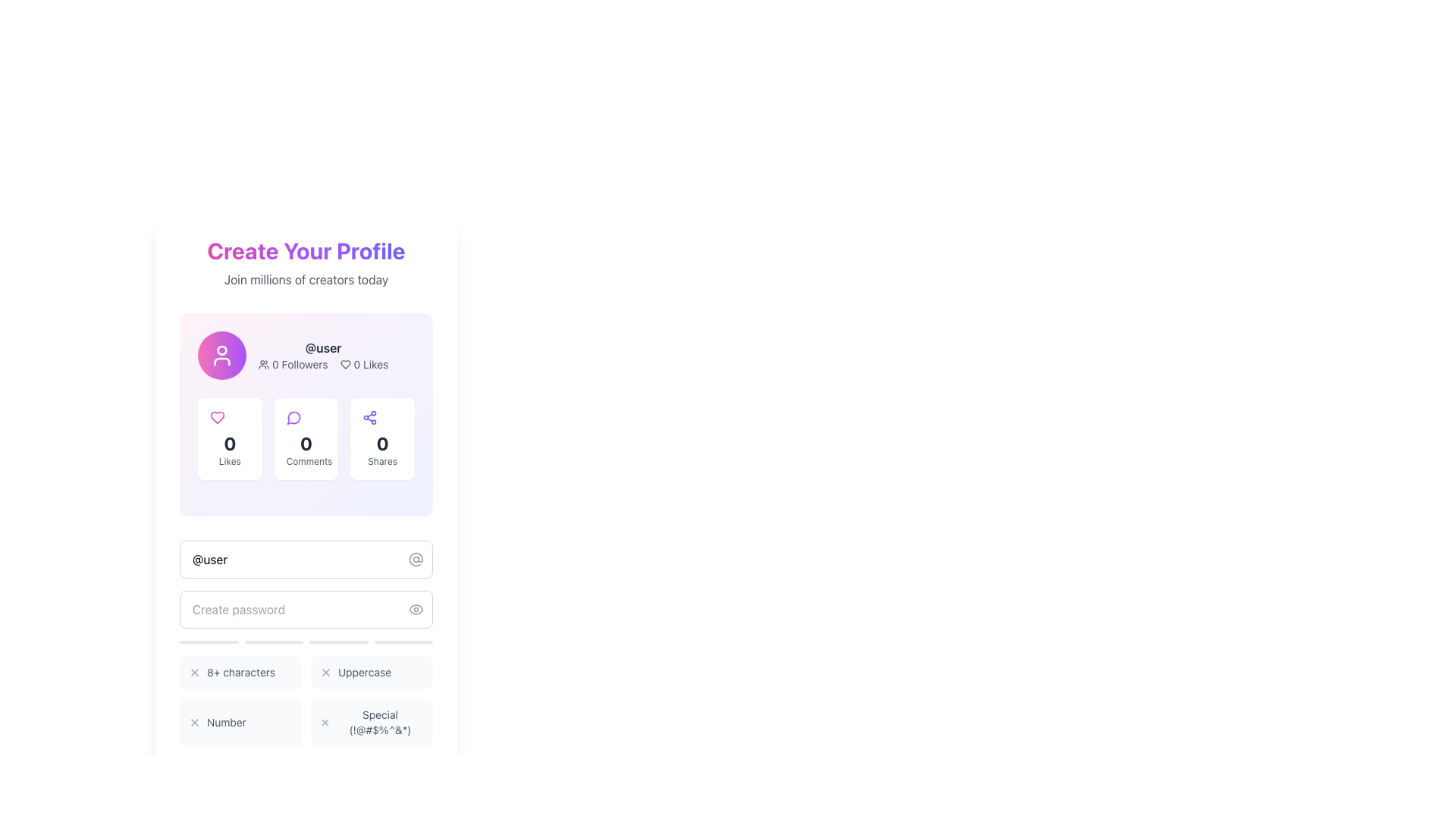 The image size is (1456, 819). What do you see at coordinates (217, 418) in the screenshot?
I see `the heart-shaped icon with a pink outline located above the '0 Likes' text` at bounding box center [217, 418].